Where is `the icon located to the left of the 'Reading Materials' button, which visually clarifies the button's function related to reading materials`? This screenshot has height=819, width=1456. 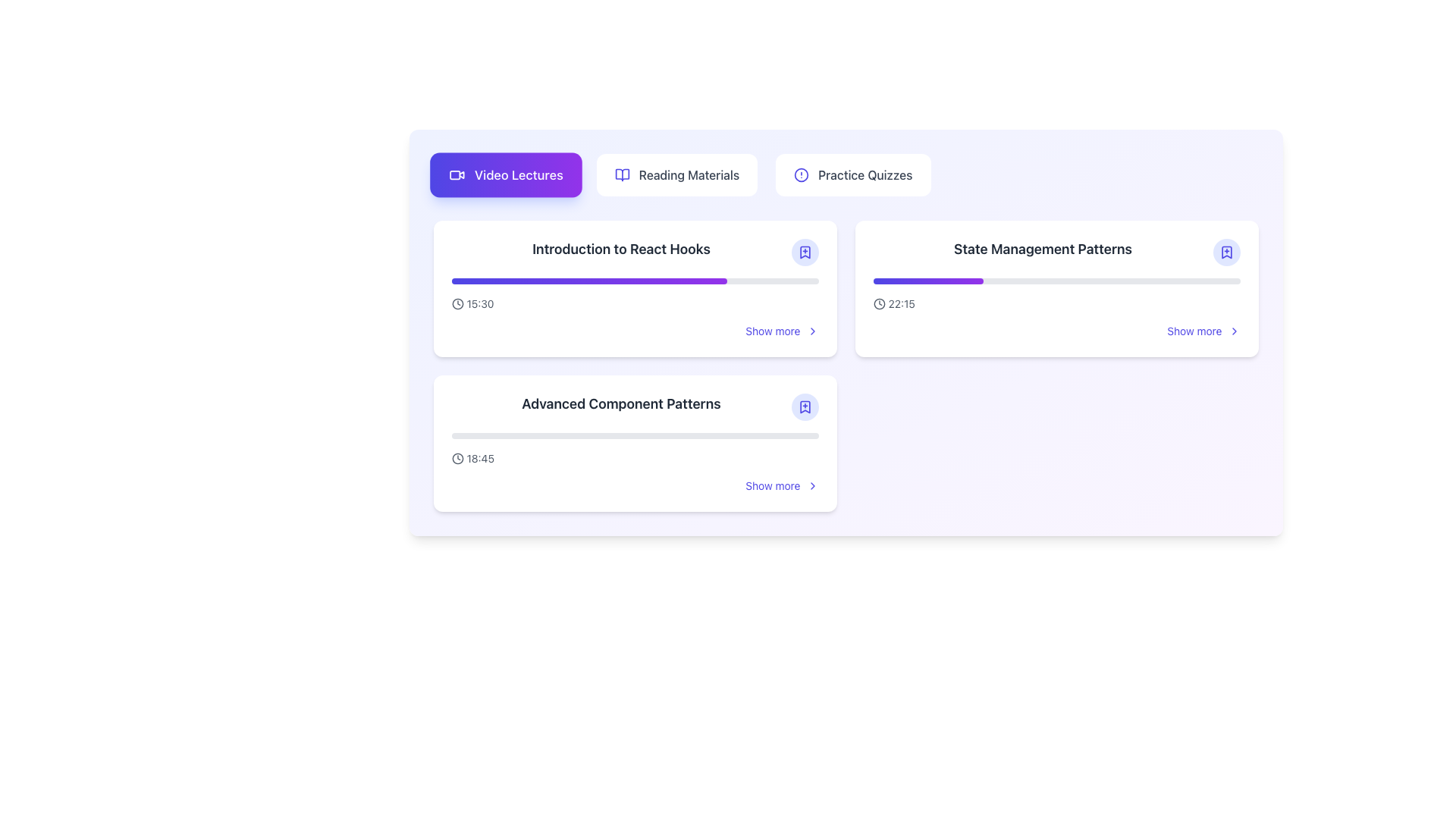
the icon located to the left of the 'Reading Materials' button, which visually clarifies the button's function related to reading materials is located at coordinates (622, 174).